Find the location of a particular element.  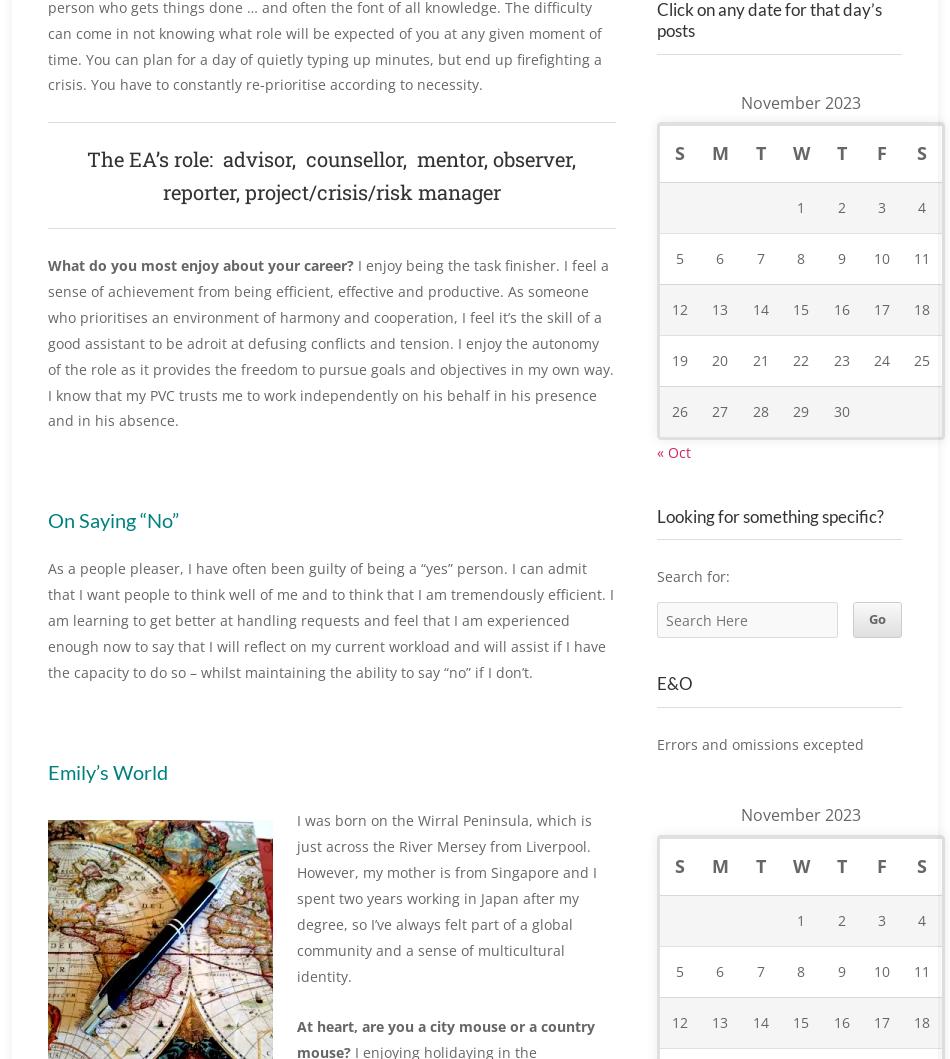

'E&O' is located at coordinates (674, 705).